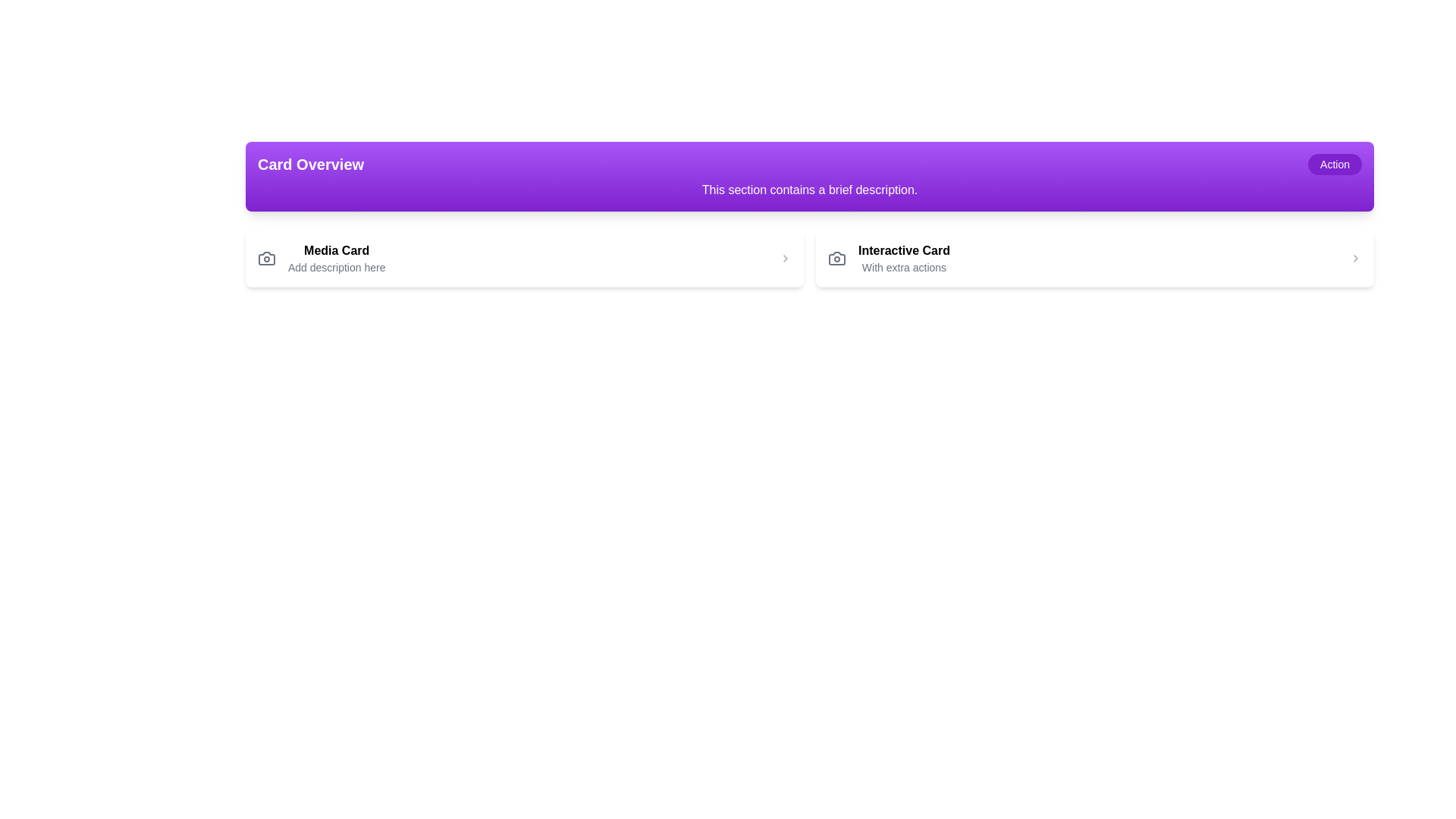 The width and height of the screenshot is (1456, 819). Describe the element at coordinates (336, 250) in the screenshot. I see `the text label that says 'Media Card', which is styled in bold and located above the subtext 'Add description here'` at that location.